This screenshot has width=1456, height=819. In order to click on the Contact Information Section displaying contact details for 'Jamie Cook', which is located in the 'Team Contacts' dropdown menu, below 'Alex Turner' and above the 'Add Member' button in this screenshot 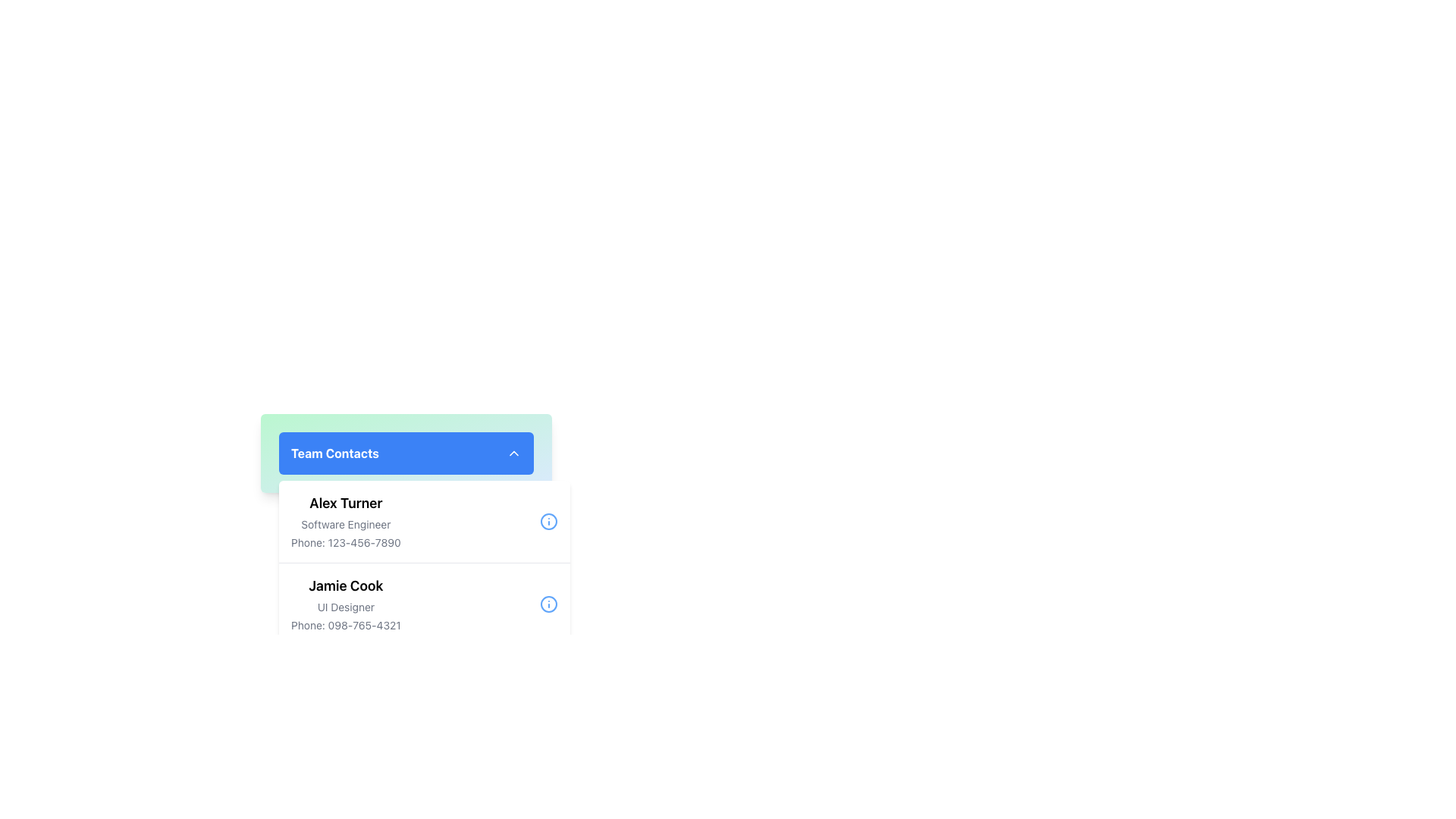, I will do `click(425, 603)`.